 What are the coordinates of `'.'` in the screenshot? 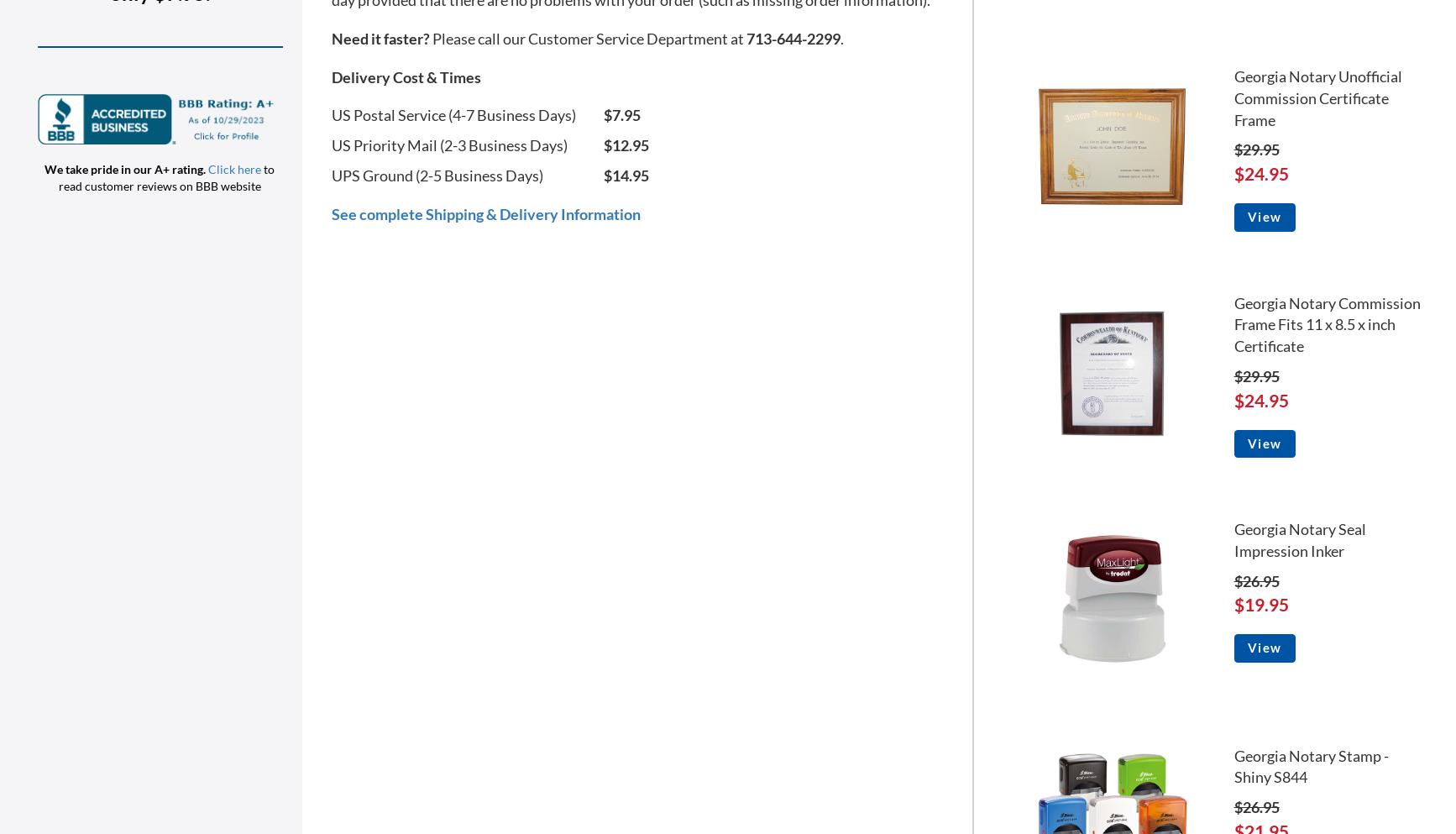 It's located at (841, 38).